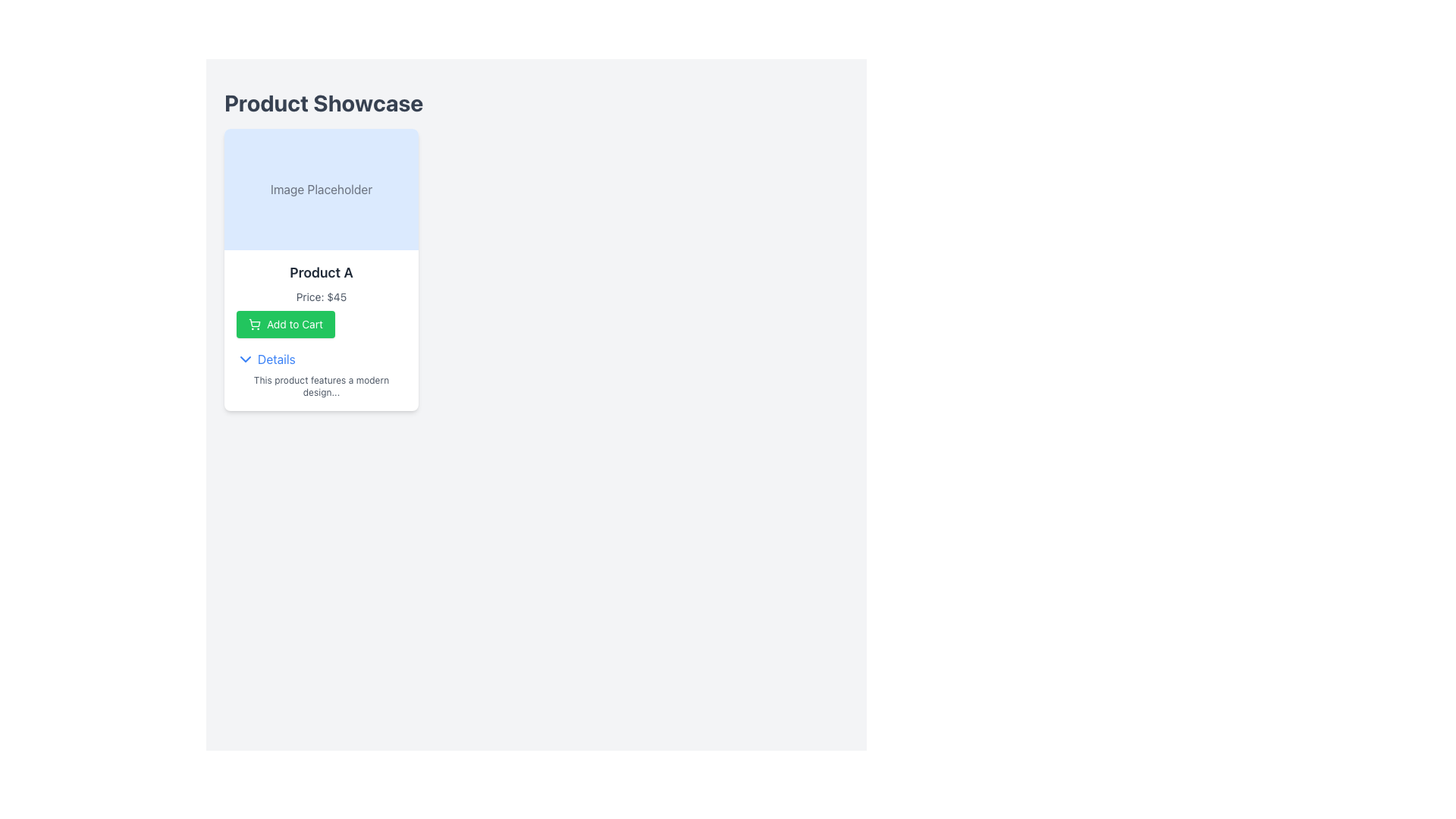  Describe the element at coordinates (320, 371) in the screenshot. I see `the text block containing the heading 'Details' styled in blue and underlined, along with the descriptive sentence about the product` at that location.